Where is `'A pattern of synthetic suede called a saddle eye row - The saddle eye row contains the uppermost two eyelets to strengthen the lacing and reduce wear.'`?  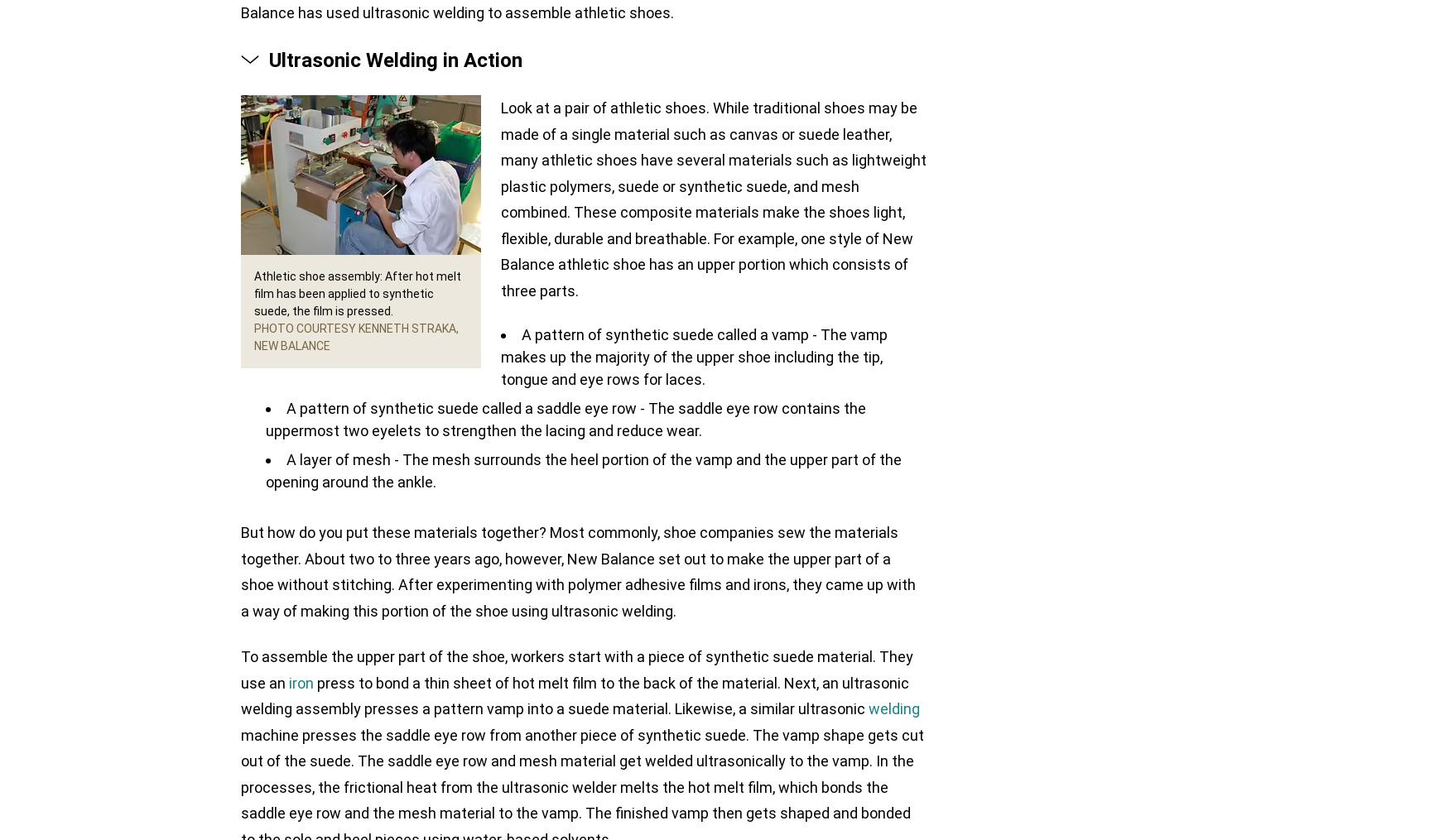 'A pattern of synthetic suede called a saddle eye row - The saddle eye row contains the uppermost two eyelets to strengthen the lacing and reduce wear.' is located at coordinates (565, 418).